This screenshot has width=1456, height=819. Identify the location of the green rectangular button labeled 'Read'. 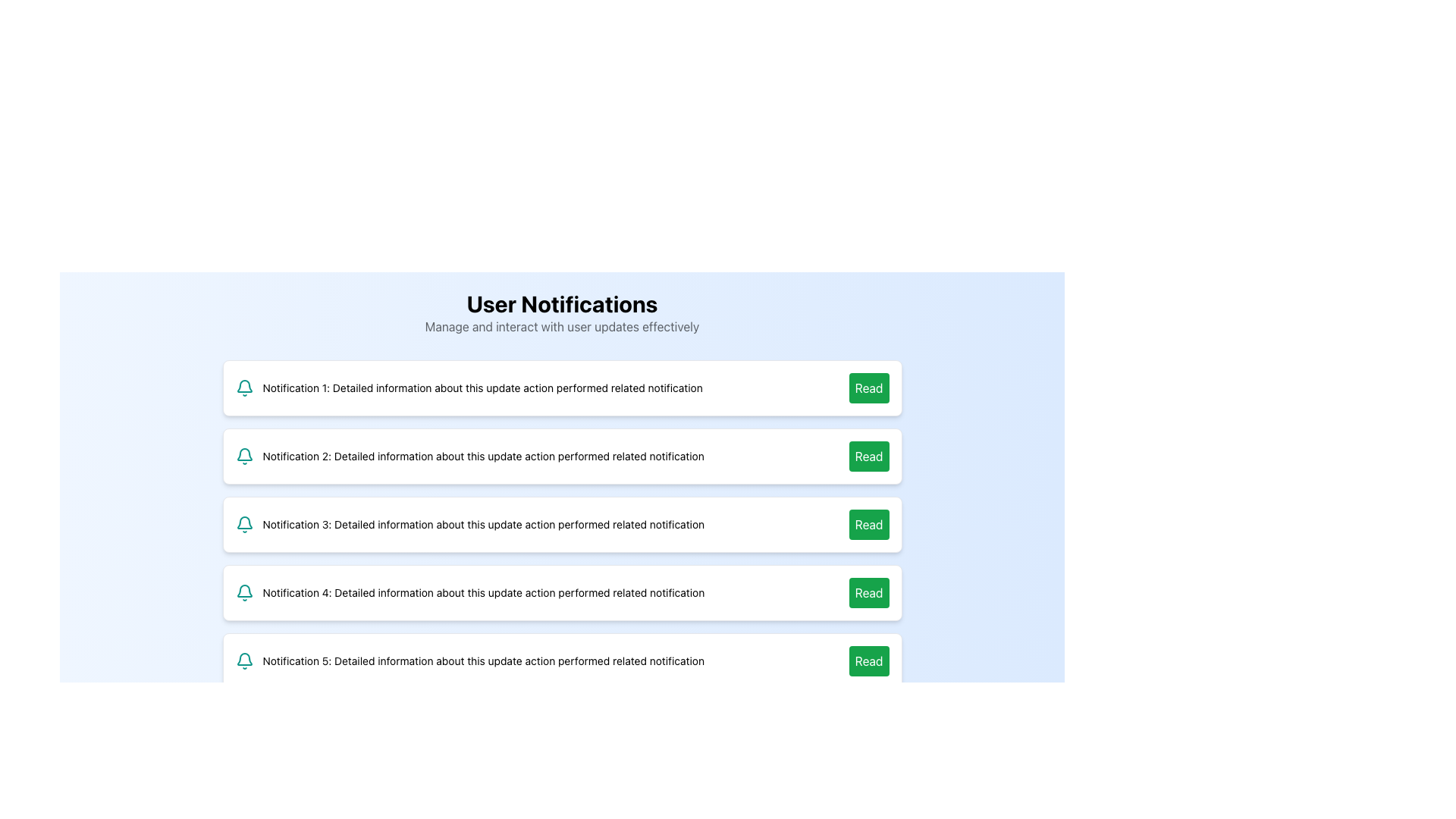
(869, 388).